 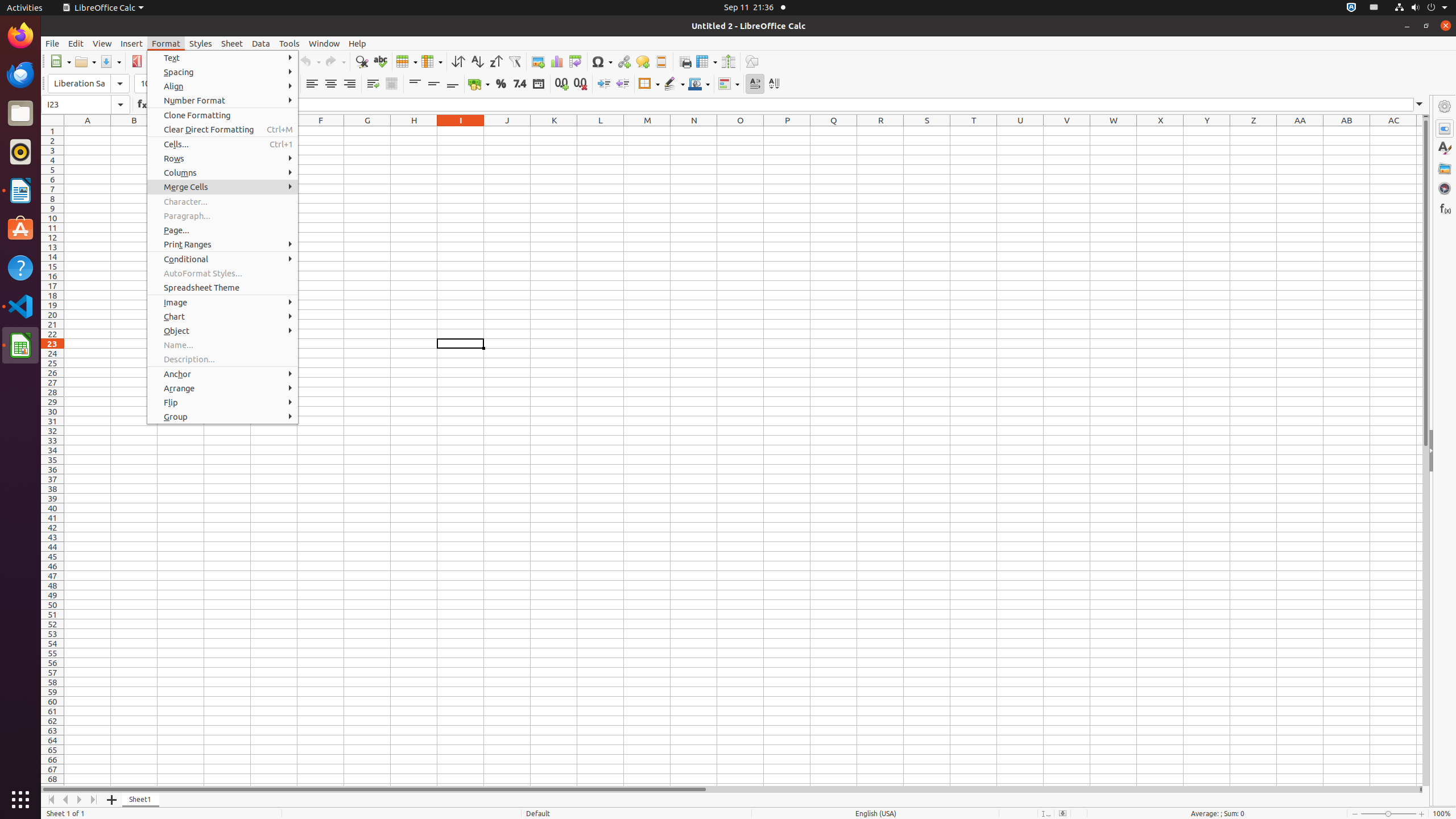 I want to click on 'N1', so click(x=693, y=130).